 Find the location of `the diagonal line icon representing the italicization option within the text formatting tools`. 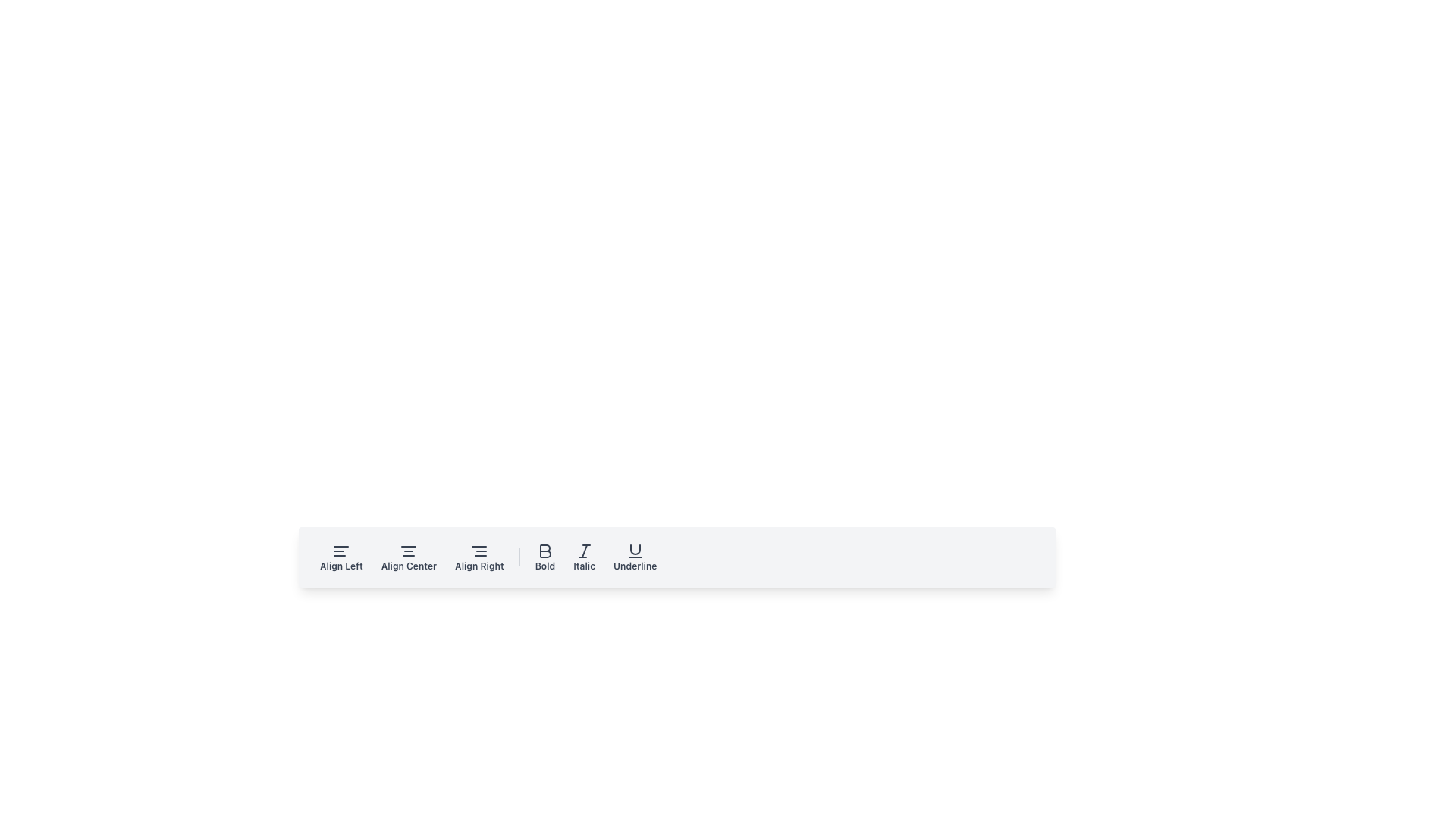

the diagonal line icon representing the italicization option within the text formatting tools is located at coordinates (583, 551).